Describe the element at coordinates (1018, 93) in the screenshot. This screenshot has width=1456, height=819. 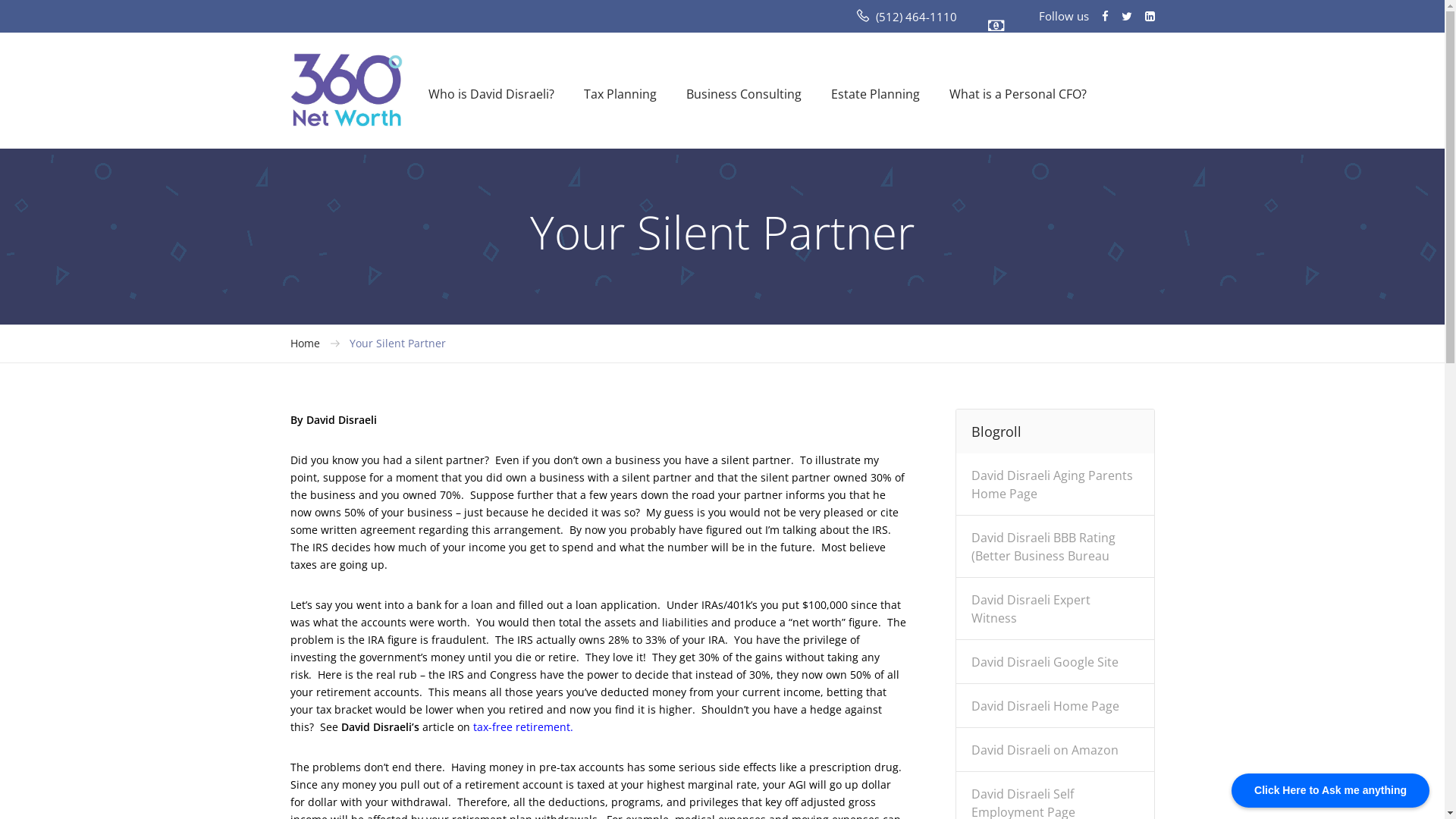
I see `'What is a Personal CFO?'` at that location.